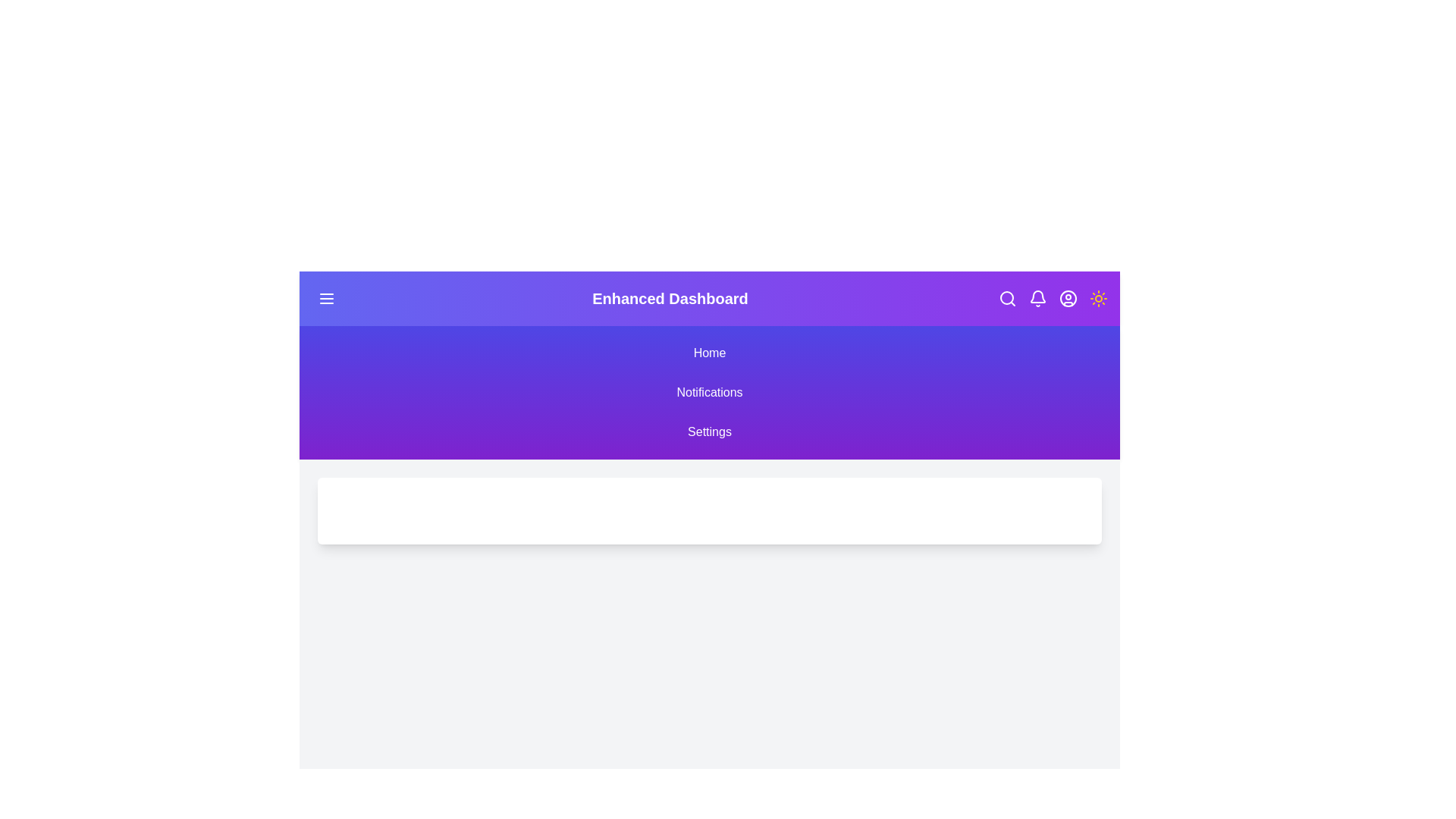 The height and width of the screenshot is (819, 1456). What do you see at coordinates (326, 298) in the screenshot?
I see `the menu button to toggle the menu visibility` at bounding box center [326, 298].